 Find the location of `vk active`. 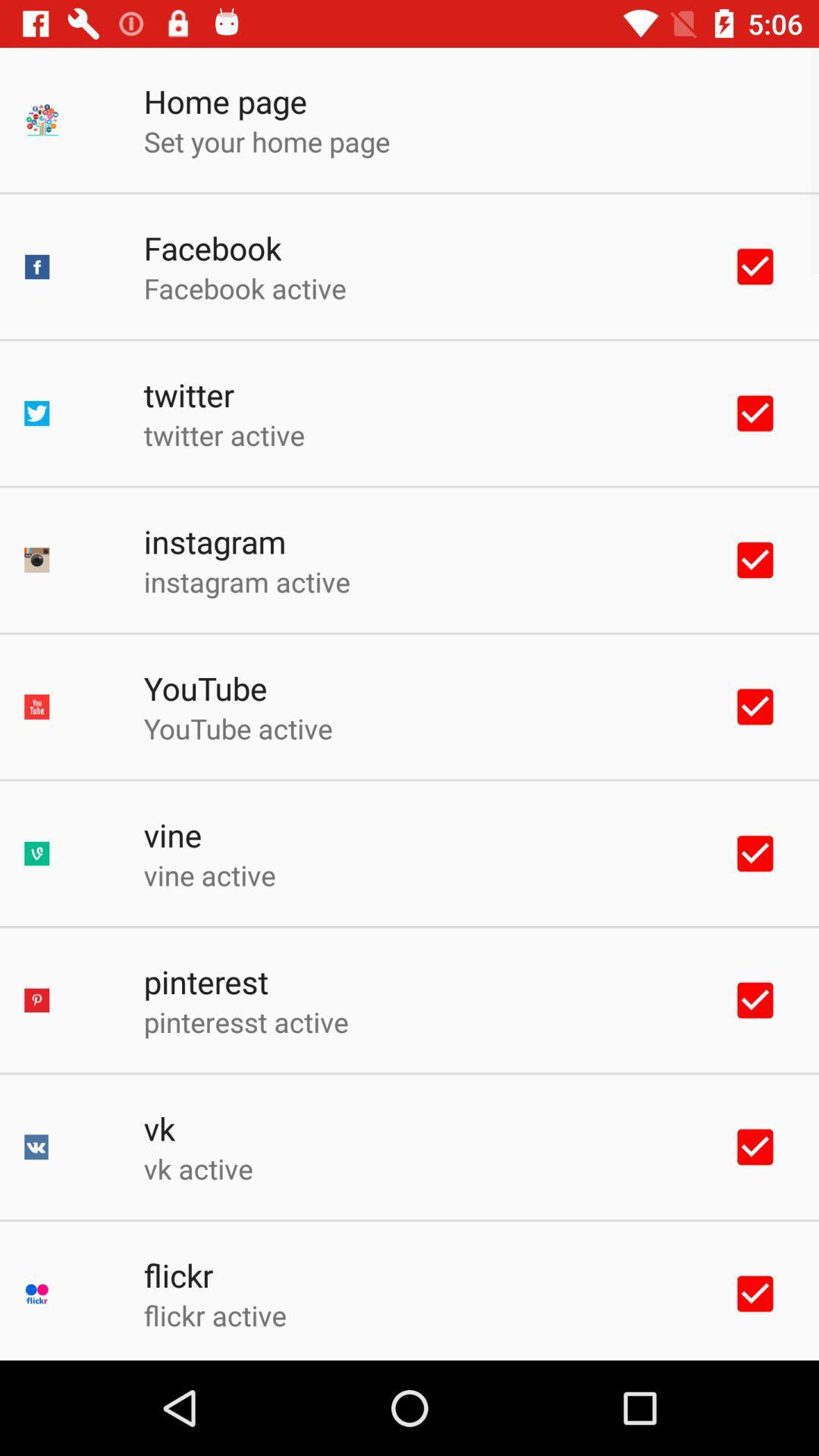

vk active is located at coordinates (197, 1168).